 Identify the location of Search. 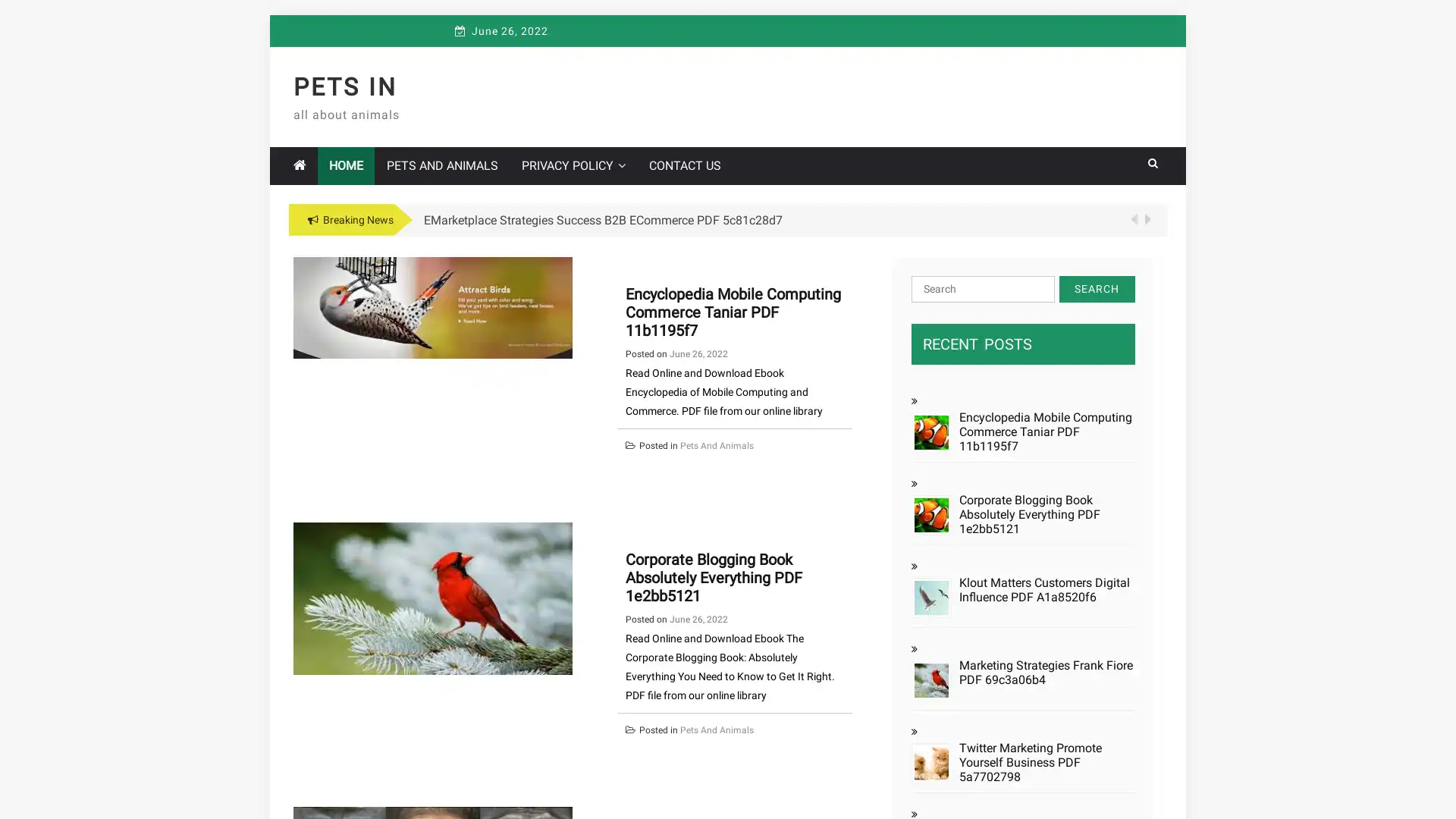
(1096, 288).